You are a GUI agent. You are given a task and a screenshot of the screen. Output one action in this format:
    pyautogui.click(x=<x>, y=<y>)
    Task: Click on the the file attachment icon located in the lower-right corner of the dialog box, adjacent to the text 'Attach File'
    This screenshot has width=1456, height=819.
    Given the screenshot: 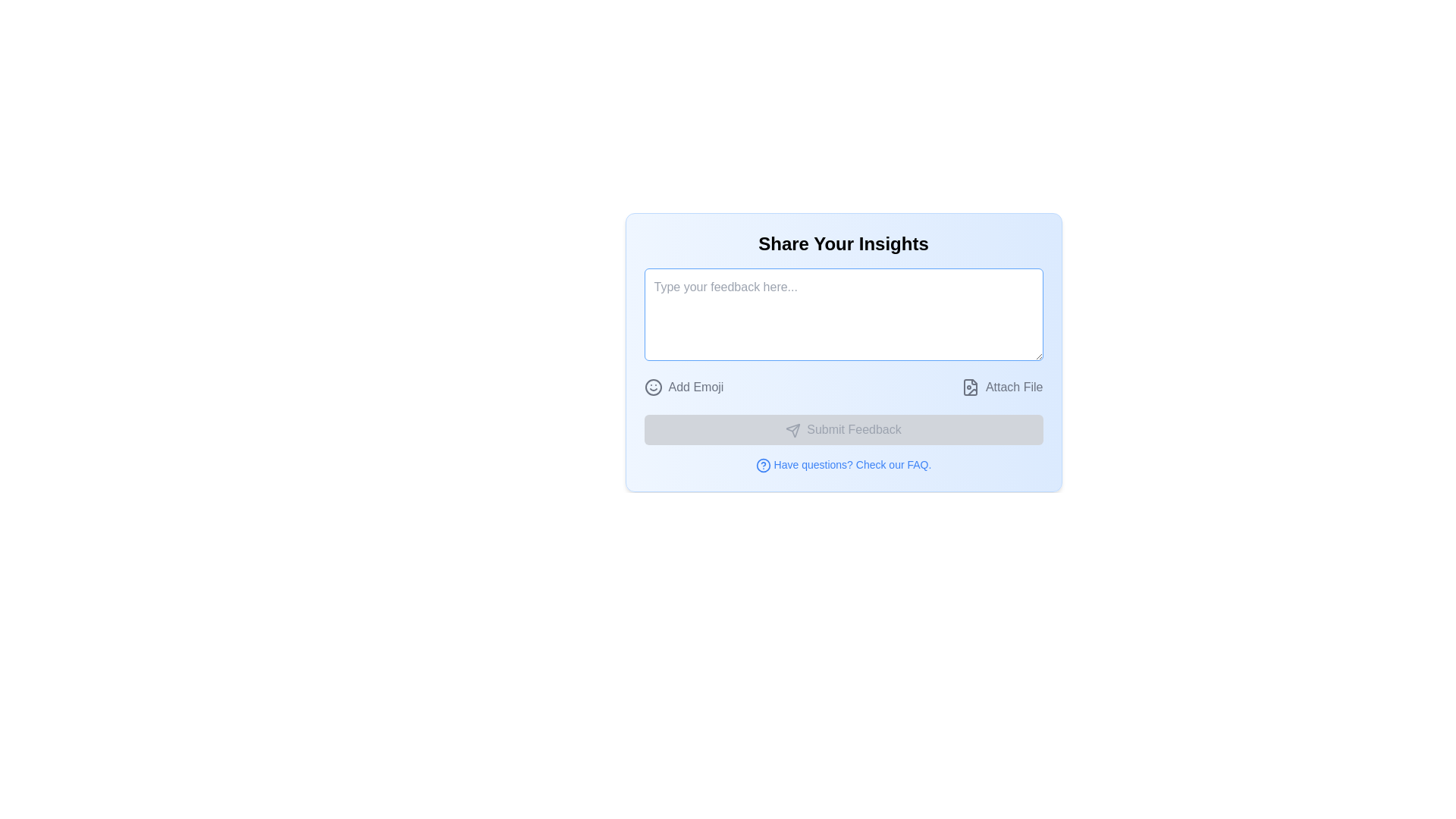 What is the action you would take?
    pyautogui.click(x=969, y=386)
    